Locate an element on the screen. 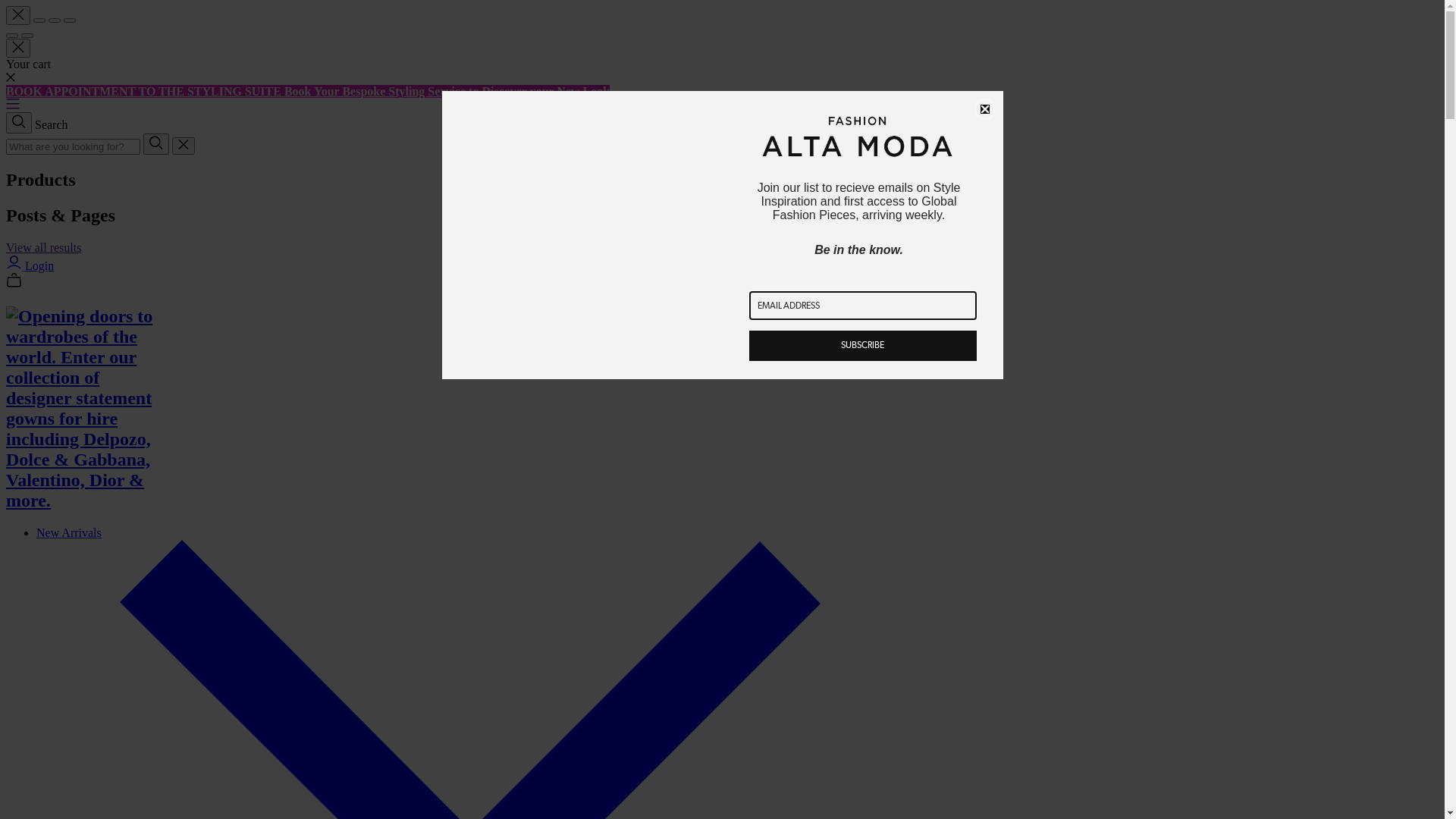 This screenshot has width=1456, height=819. 'View all results' is located at coordinates (6, 246).